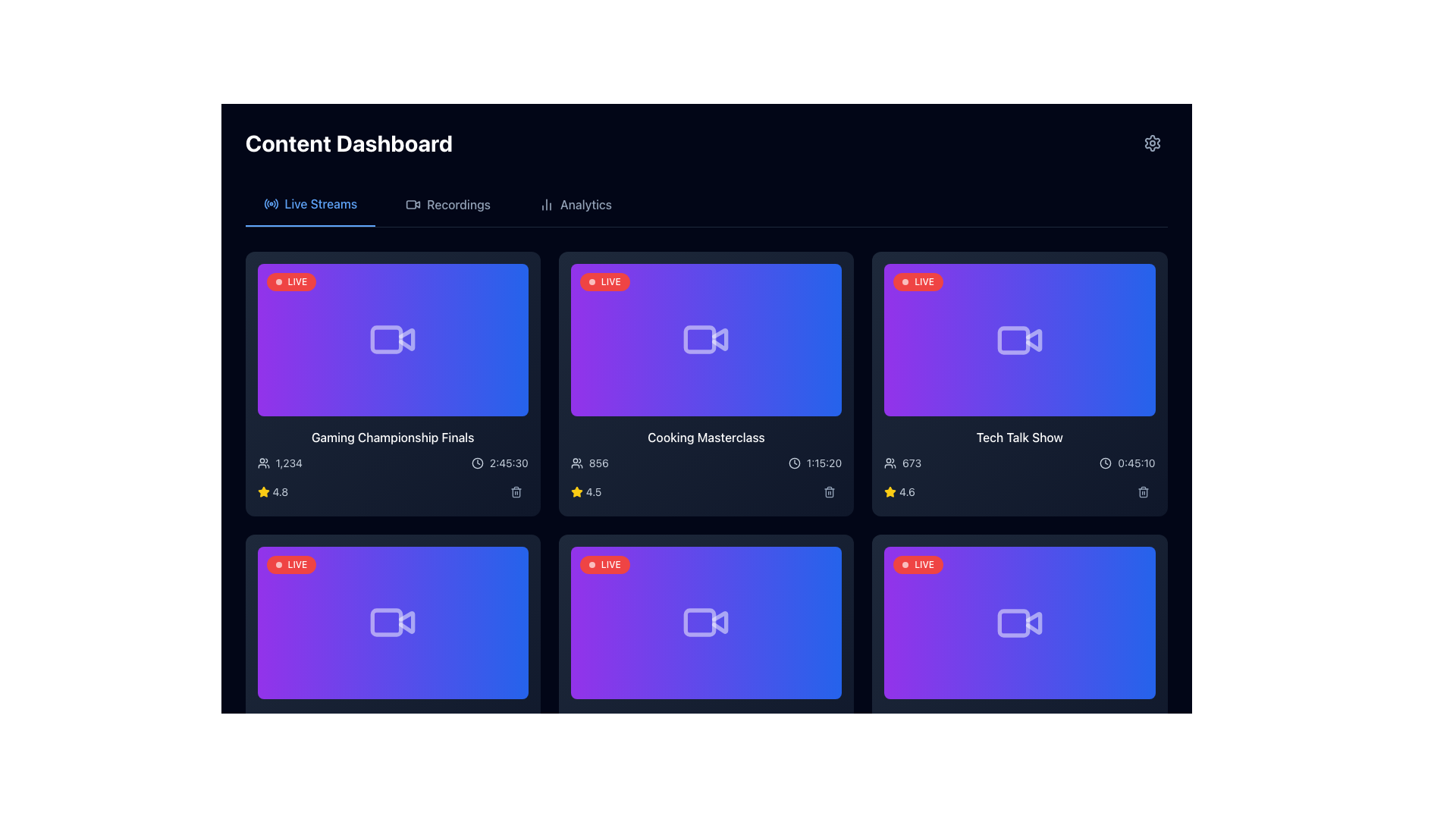  What do you see at coordinates (1013, 623) in the screenshot?
I see `the rectangular body of the video camera icon in the 'Tech Talk Show' section located at the bottom right of the interface grid as a reference for content type` at bounding box center [1013, 623].